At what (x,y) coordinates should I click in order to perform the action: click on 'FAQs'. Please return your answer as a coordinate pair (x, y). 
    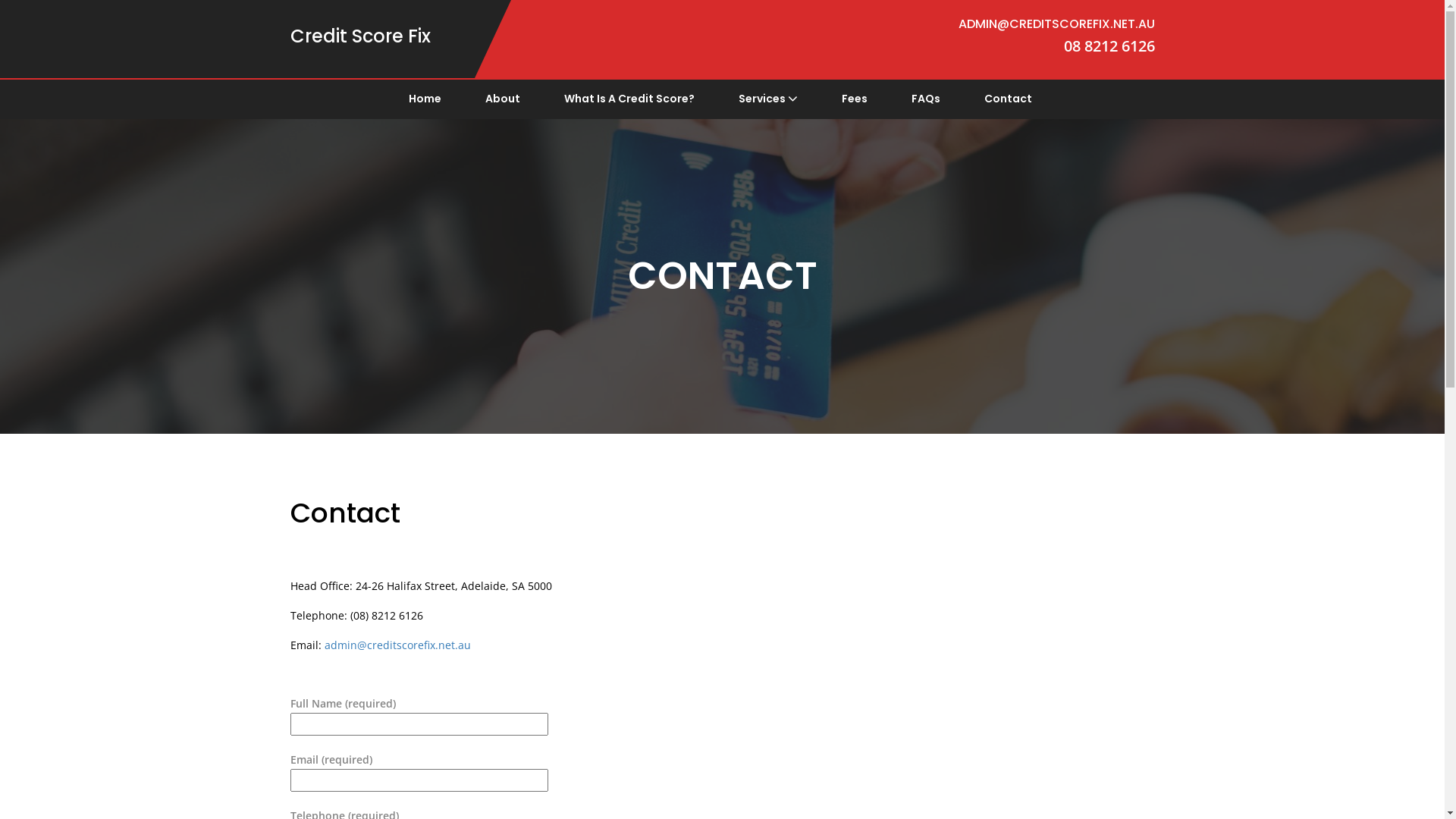
    Looking at the image, I should click on (924, 99).